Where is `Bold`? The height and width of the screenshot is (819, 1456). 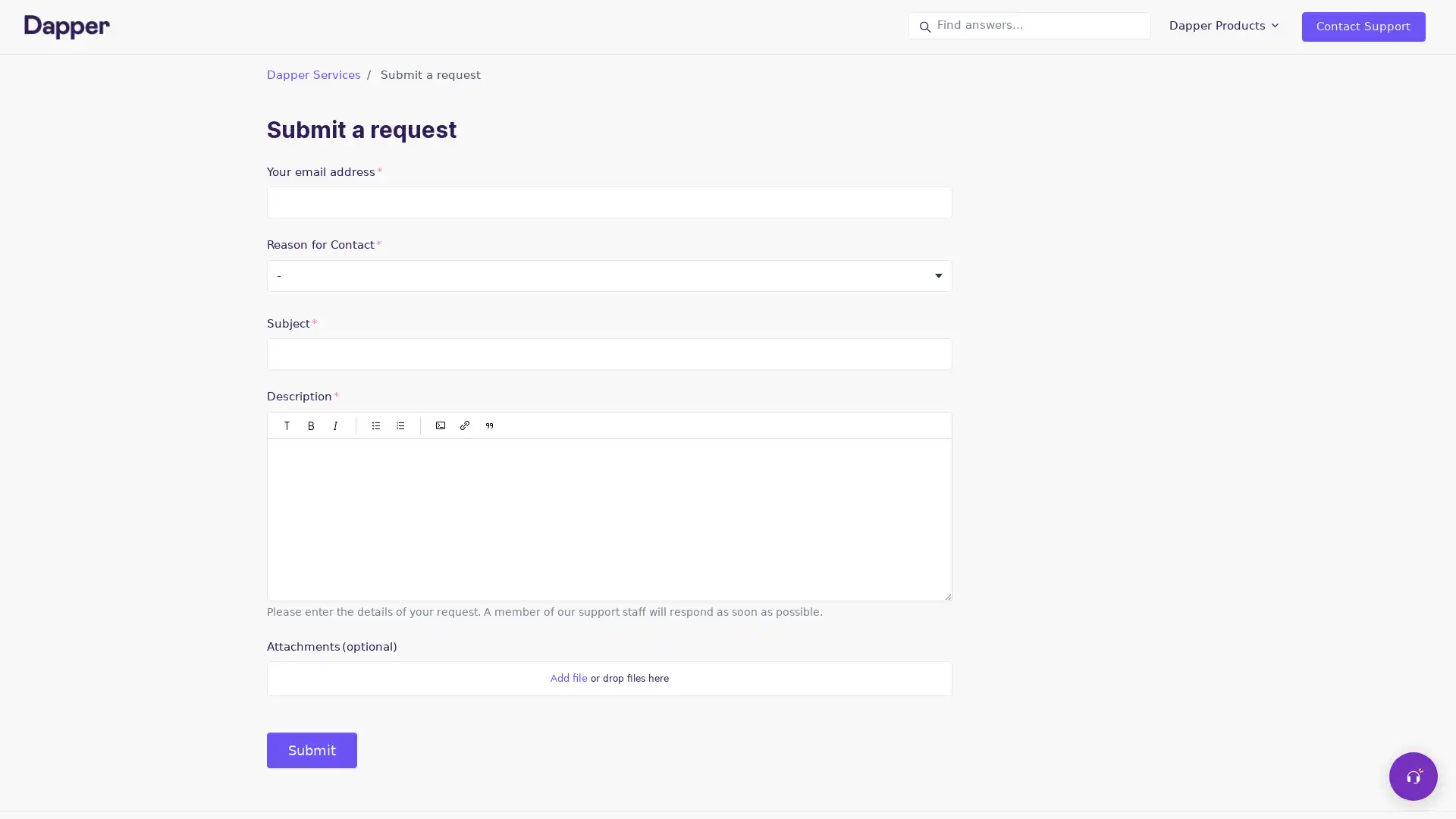 Bold is located at coordinates (311, 425).